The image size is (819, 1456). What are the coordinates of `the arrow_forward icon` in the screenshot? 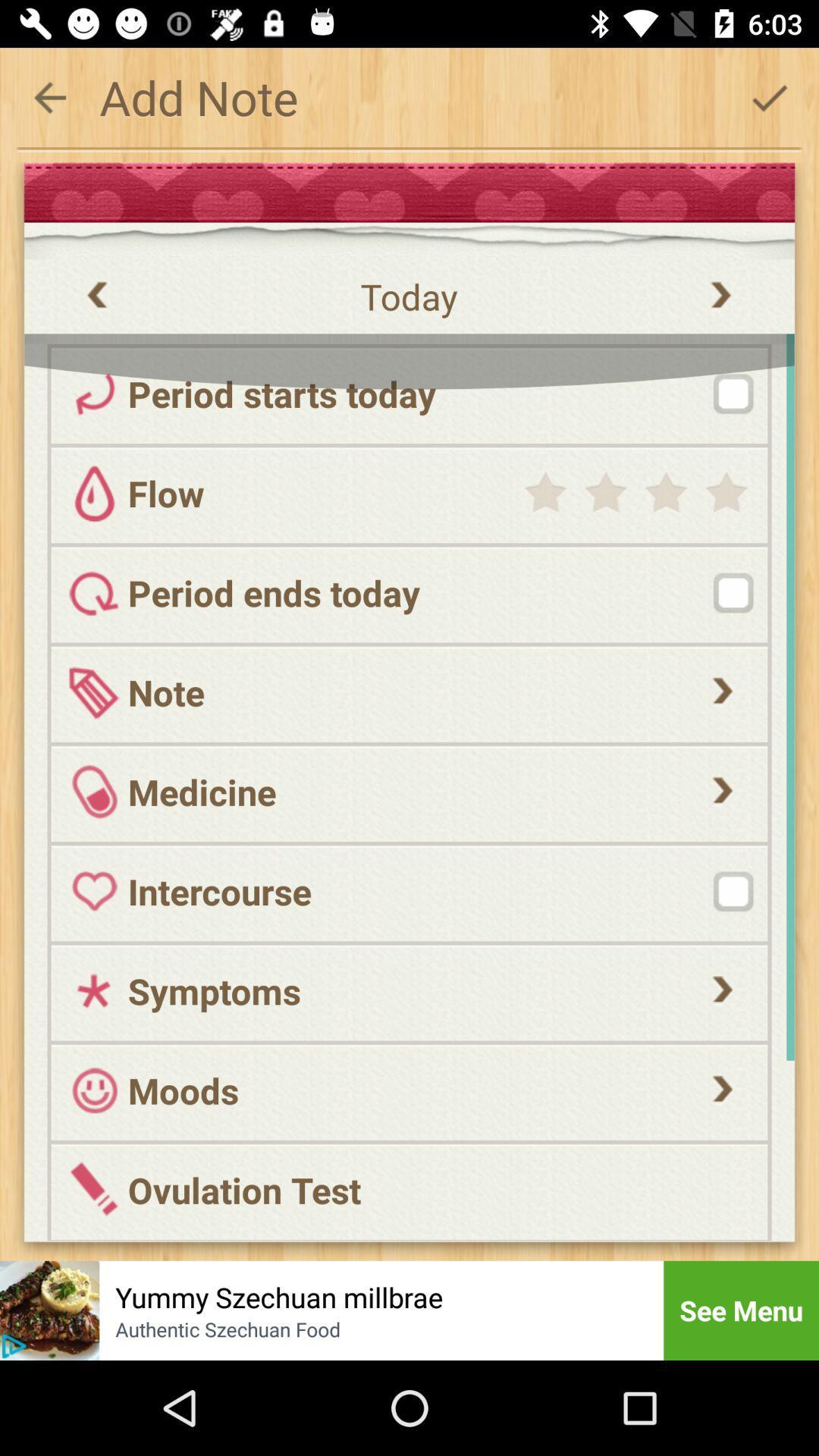 It's located at (722, 1079).